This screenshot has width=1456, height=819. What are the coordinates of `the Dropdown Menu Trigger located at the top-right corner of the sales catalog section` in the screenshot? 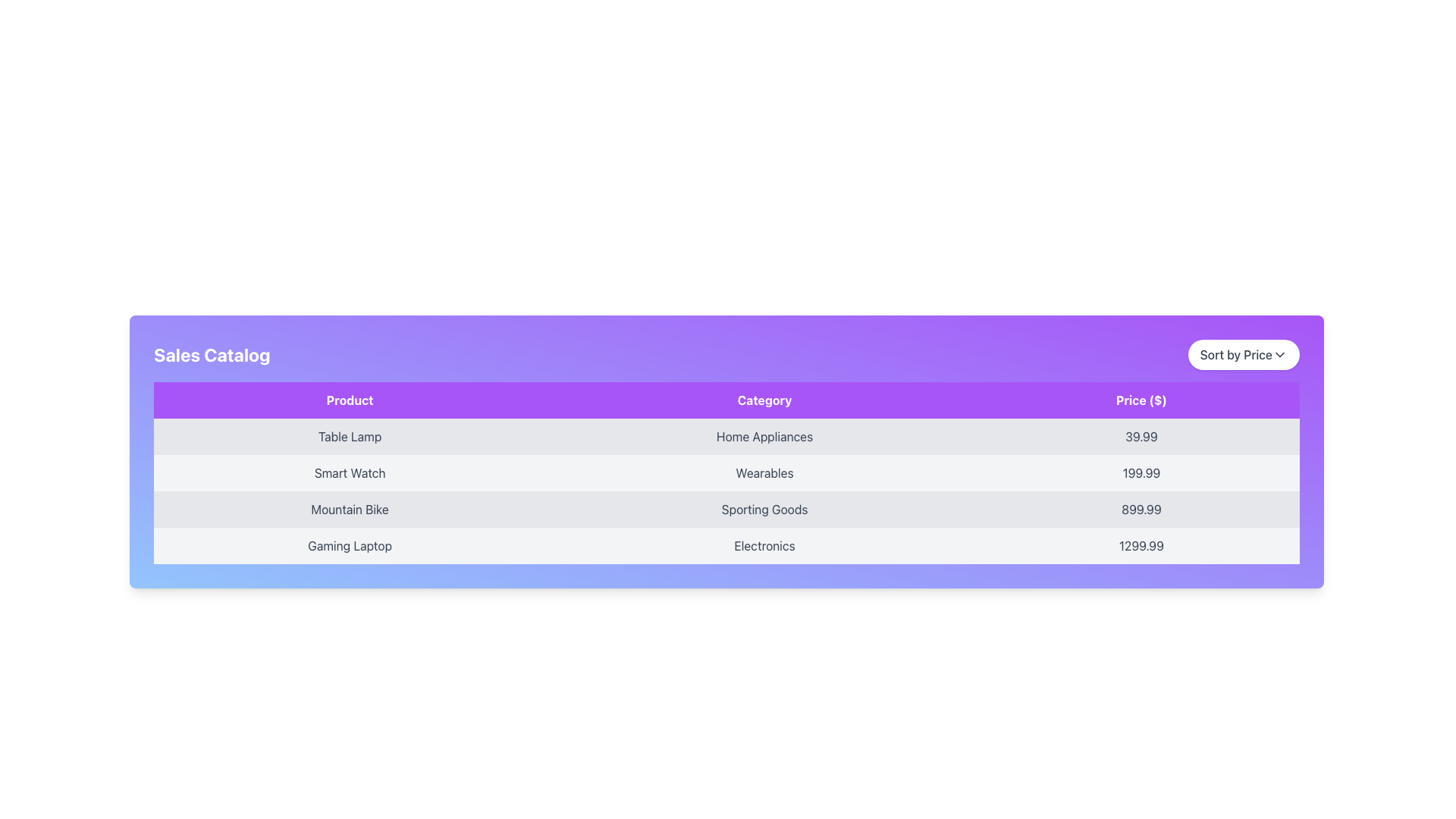 It's located at (1244, 354).